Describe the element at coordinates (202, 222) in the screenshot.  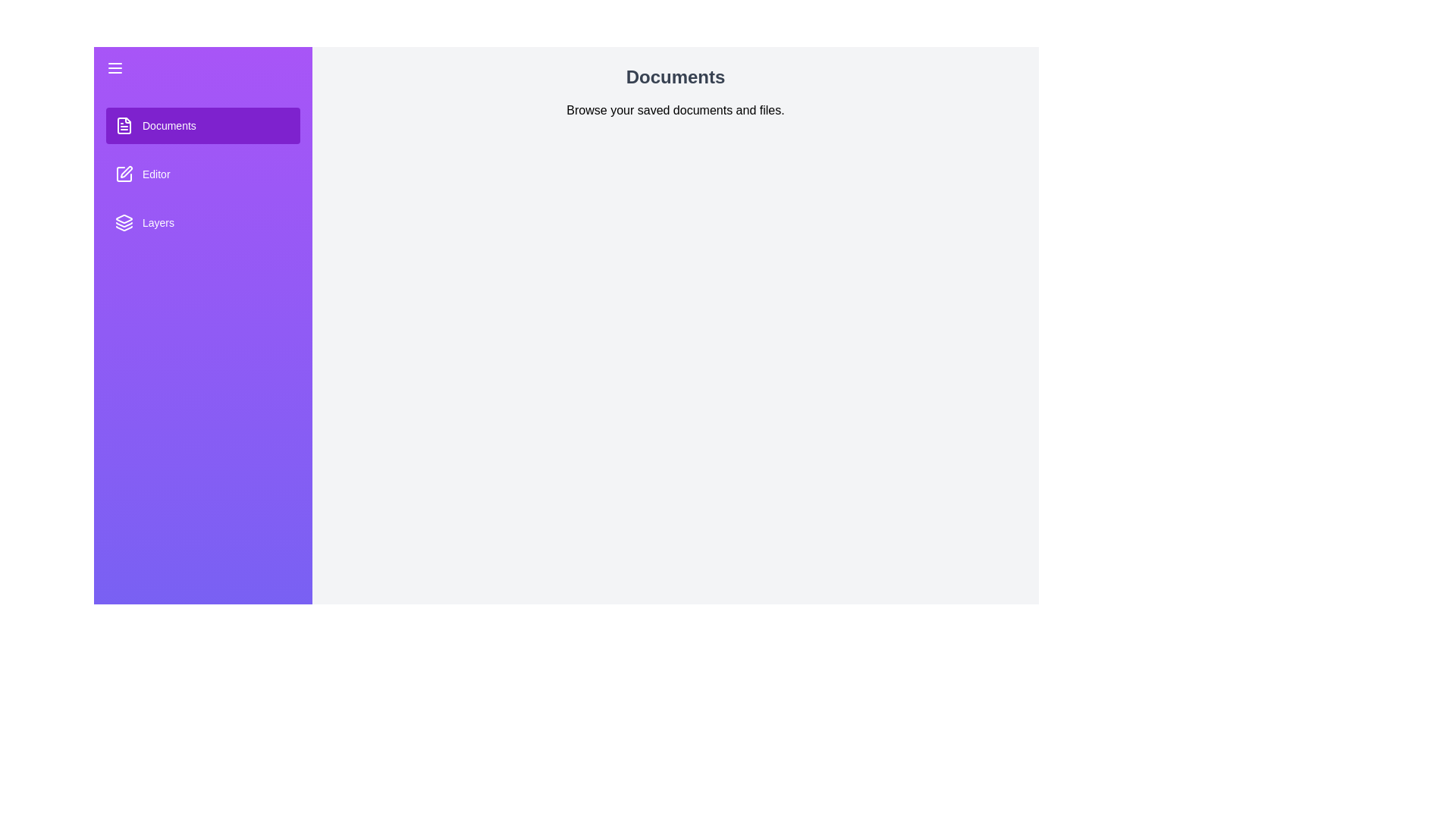
I see `the section named Layers` at that location.